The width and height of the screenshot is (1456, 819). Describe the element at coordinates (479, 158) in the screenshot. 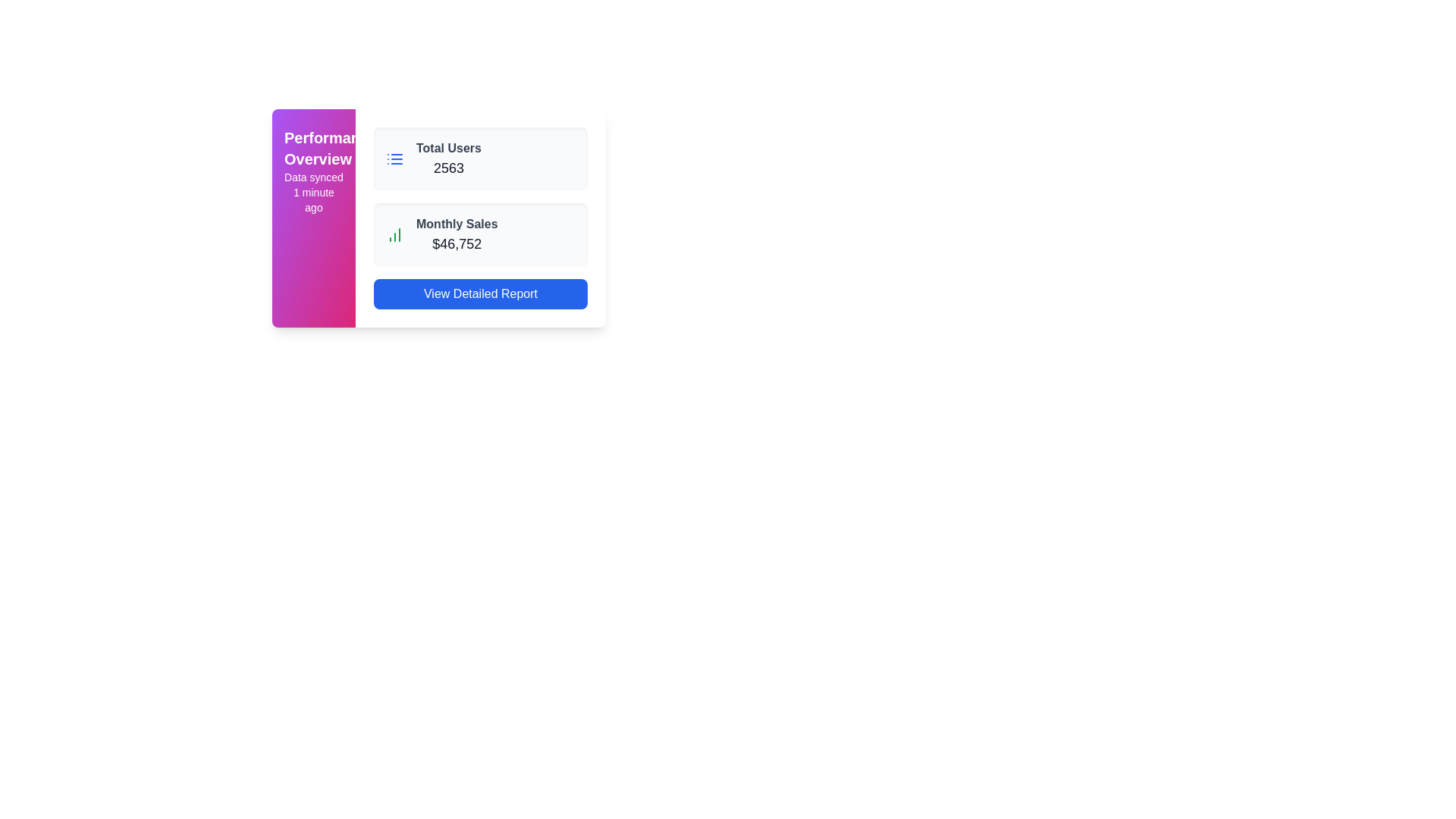

I see `displayed information on the Information Card labeled 'Total Users' with the value '2563' located at the top of the stack in the central area of the interface` at that location.